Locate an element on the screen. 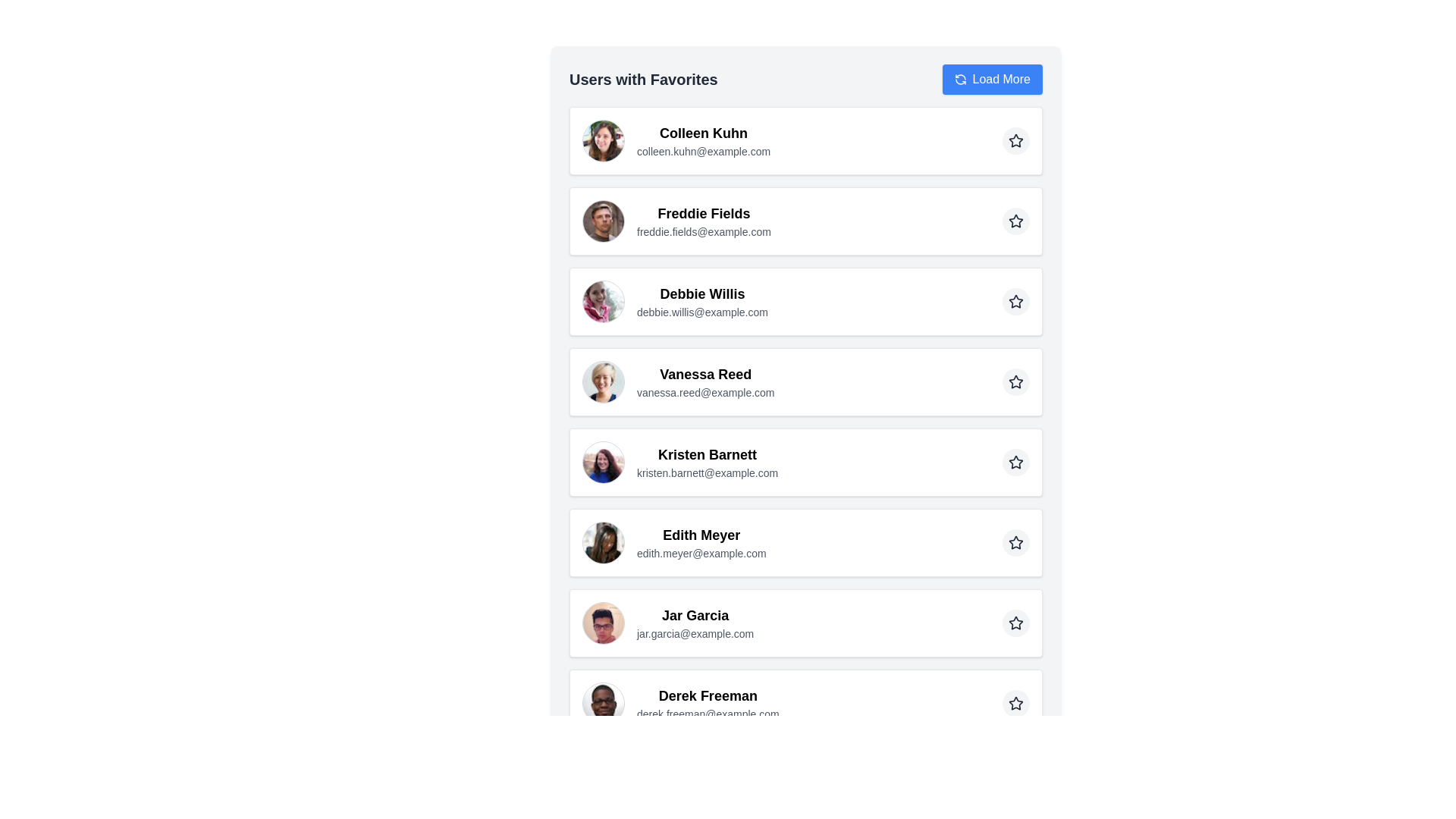  the star button associated with the 'Edith Meyer' user entry to favorite or unfavorite the user is located at coordinates (1015, 542).